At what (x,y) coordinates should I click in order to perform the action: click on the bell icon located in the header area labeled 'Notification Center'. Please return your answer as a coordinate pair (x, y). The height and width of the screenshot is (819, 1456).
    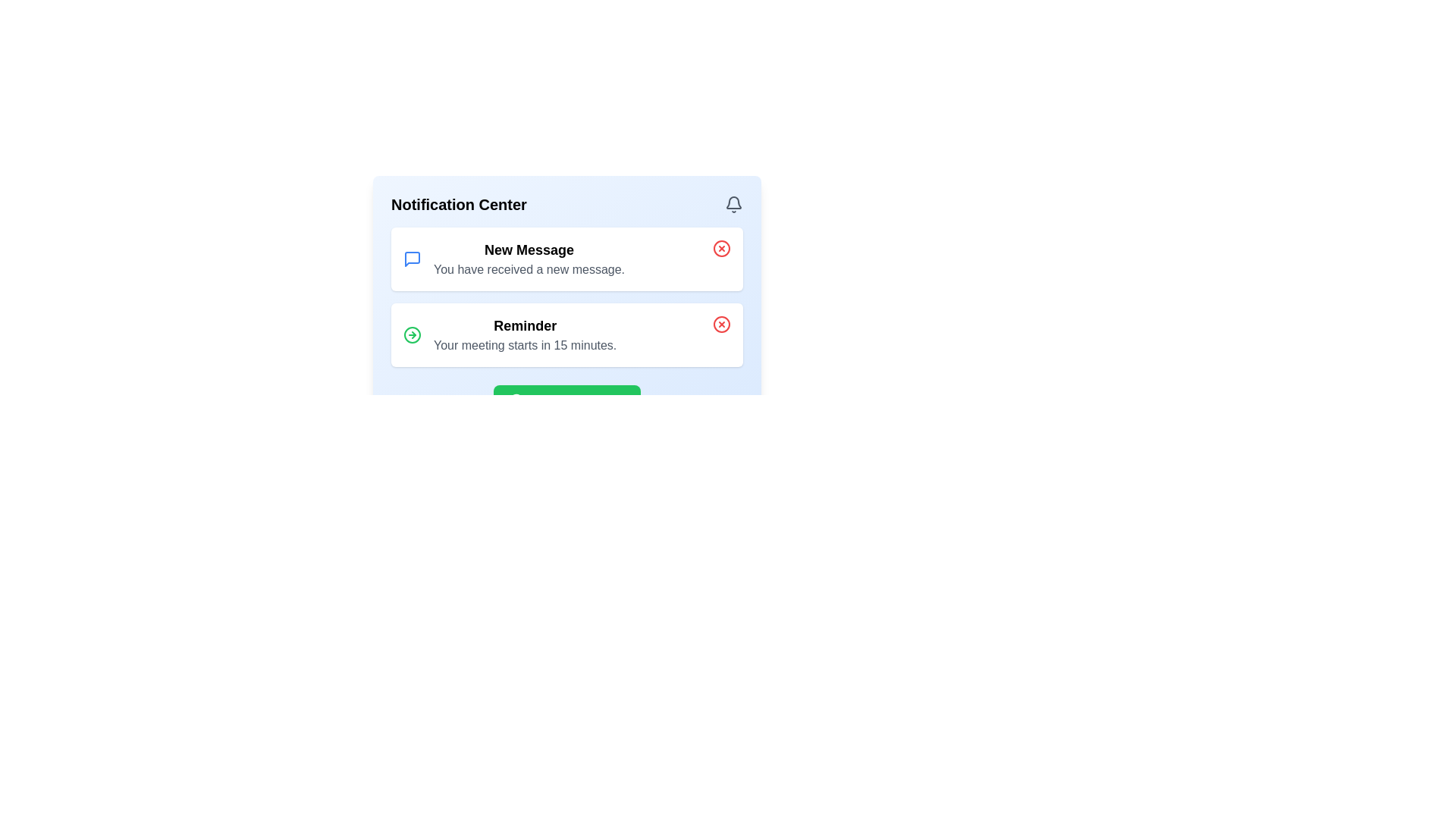
    Looking at the image, I should click on (734, 205).